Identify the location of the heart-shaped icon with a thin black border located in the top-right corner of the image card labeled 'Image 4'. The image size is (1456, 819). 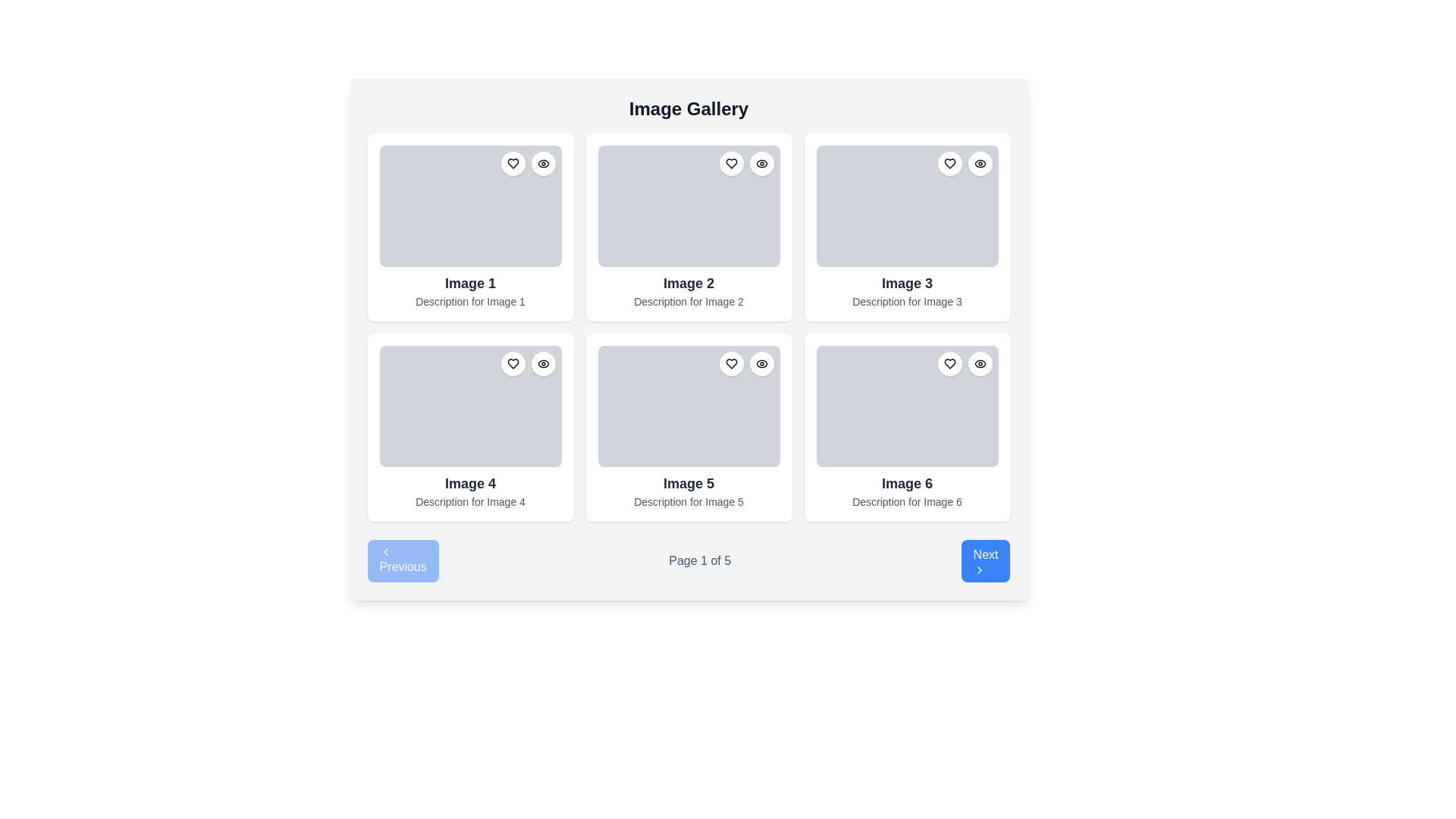
(513, 363).